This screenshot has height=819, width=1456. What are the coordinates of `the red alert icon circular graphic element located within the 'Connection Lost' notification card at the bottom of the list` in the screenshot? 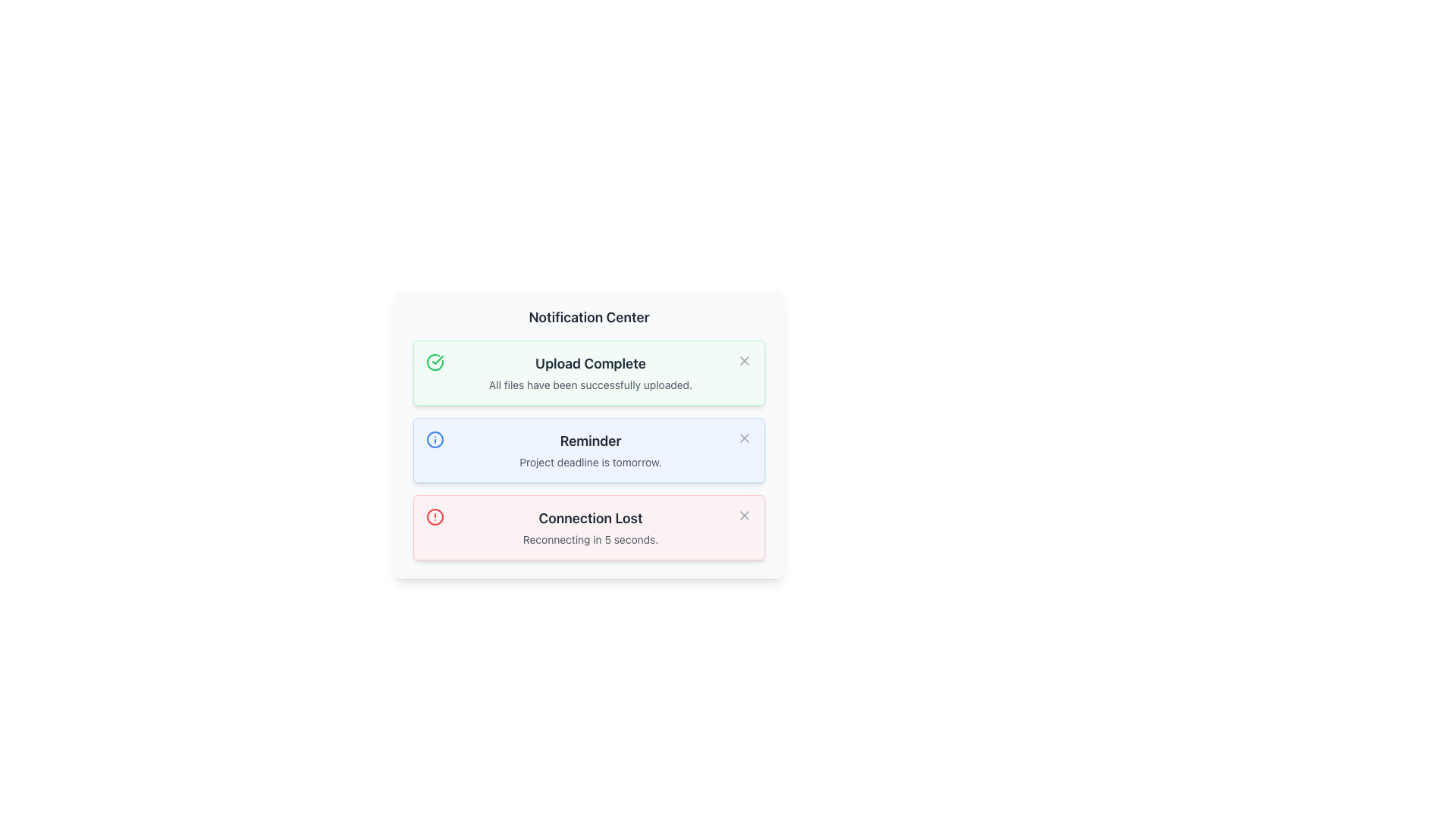 It's located at (435, 516).